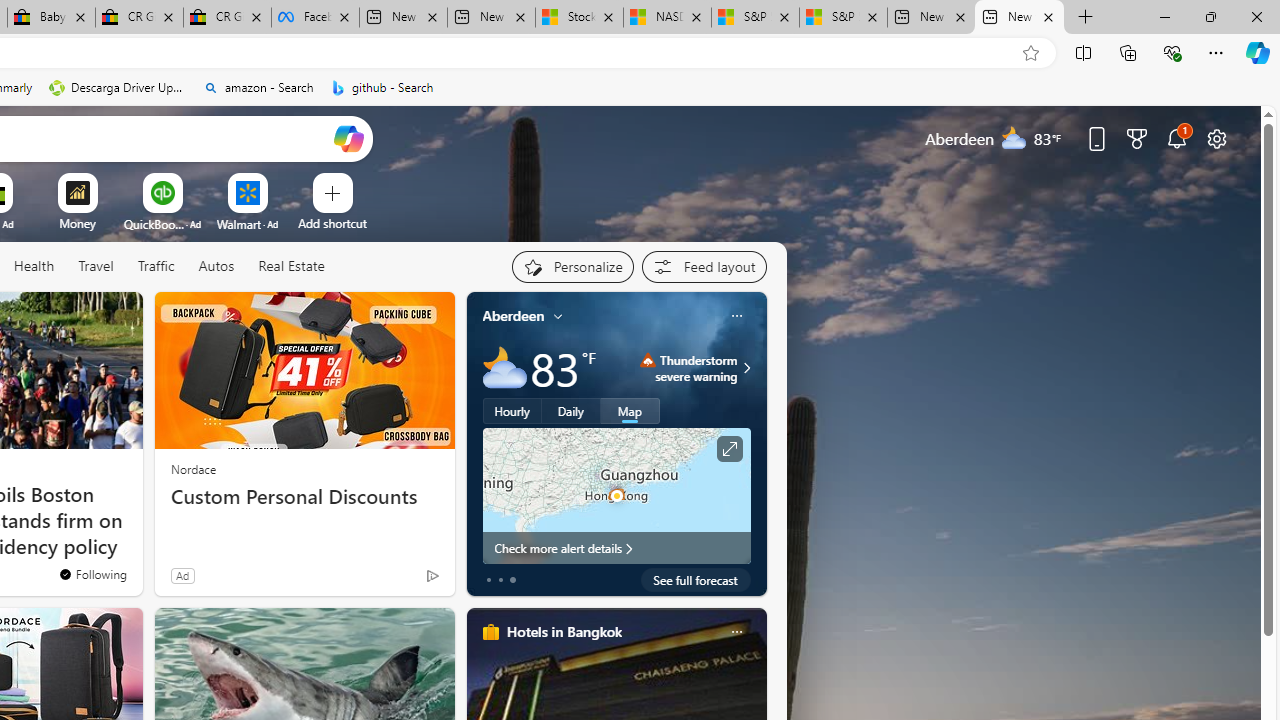  What do you see at coordinates (382, 87) in the screenshot?
I see `'github - Search'` at bounding box center [382, 87].